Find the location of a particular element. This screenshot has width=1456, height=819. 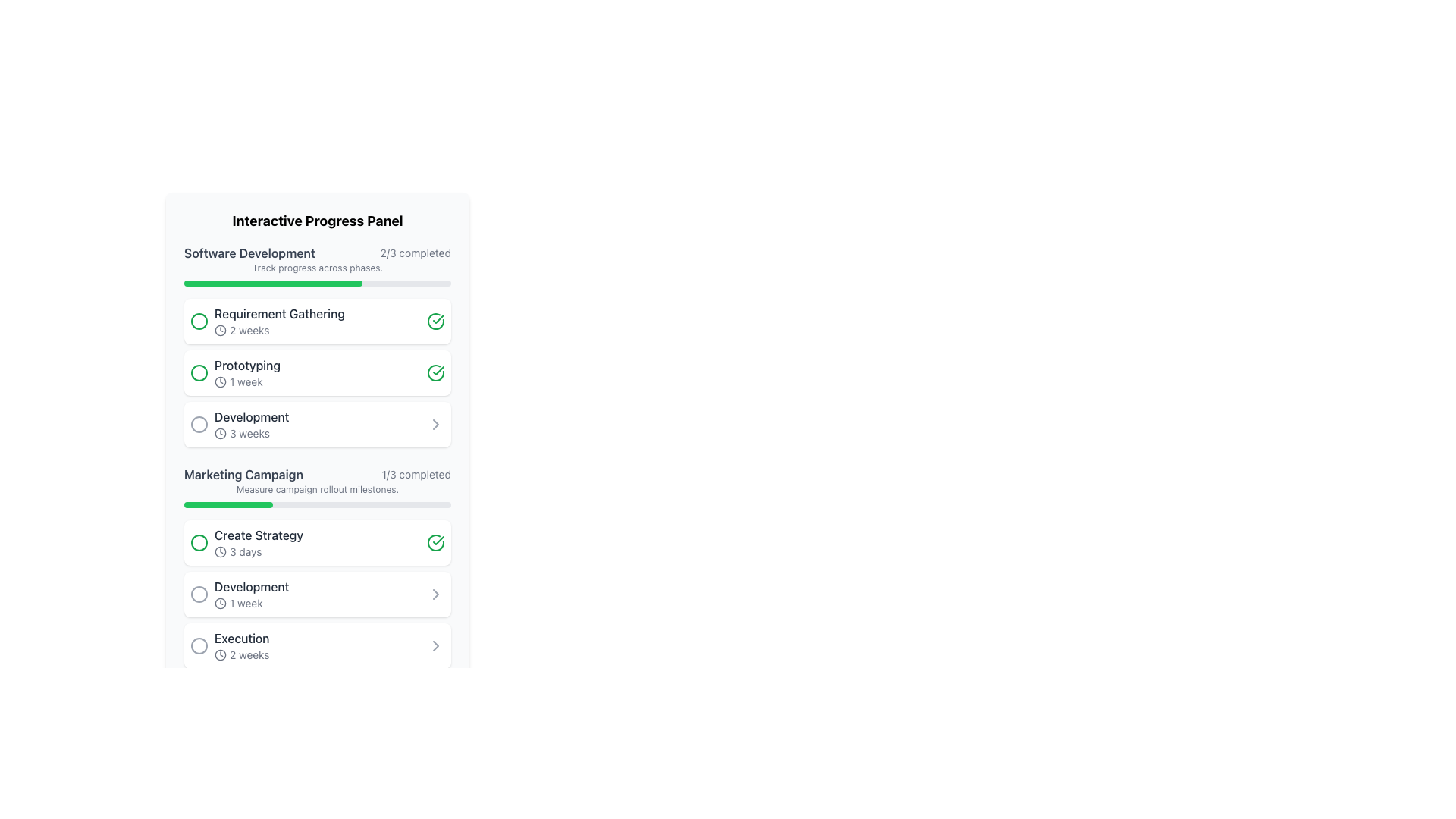

the SVG Circle element within the 'Development' entry of the 'Marketing Campaign' section is located at coordinates (199, 593).